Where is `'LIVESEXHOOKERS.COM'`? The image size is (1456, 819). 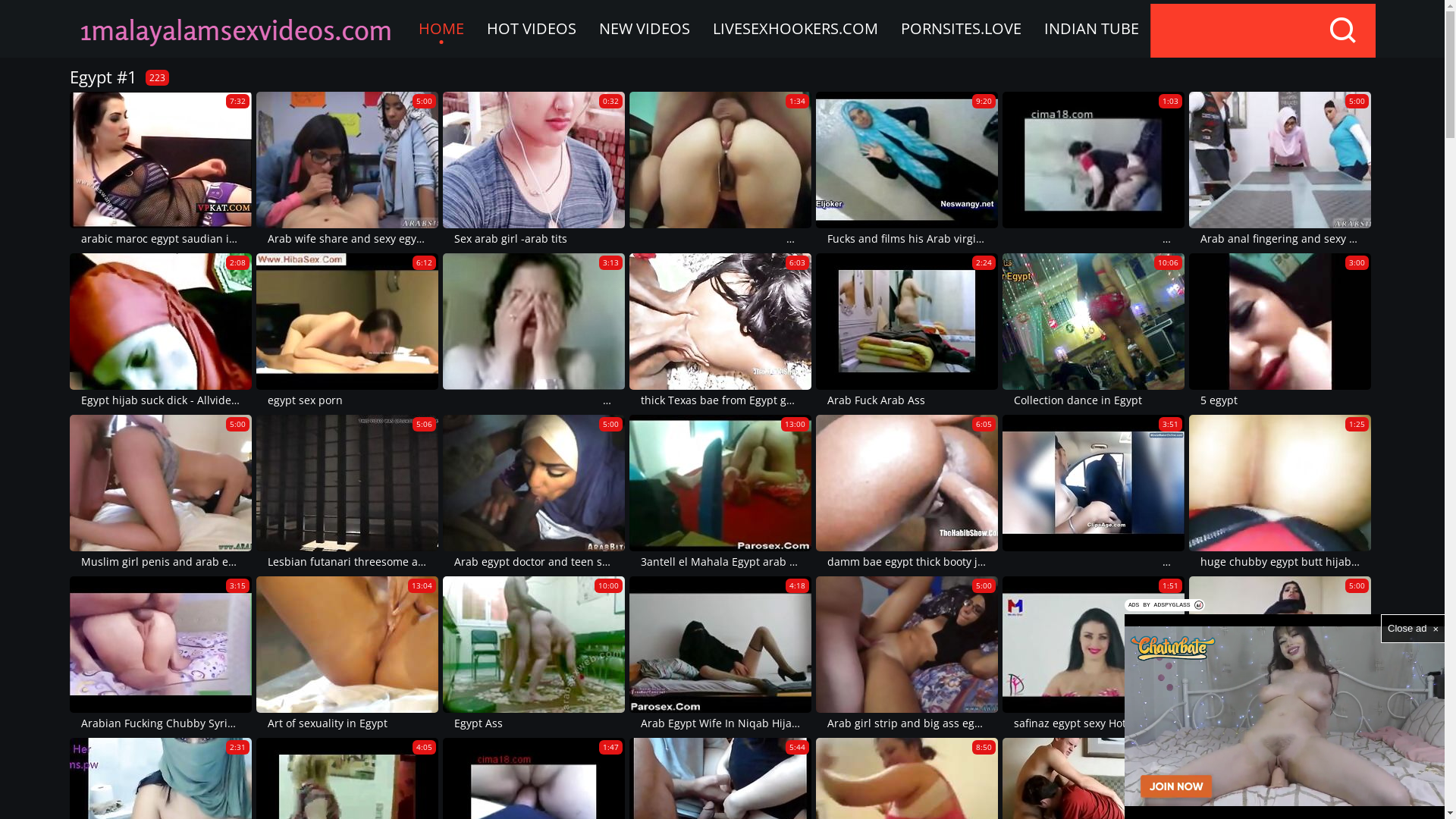
'LIVESEXHOOKERS.COM' is located at coordinates (793, 29).